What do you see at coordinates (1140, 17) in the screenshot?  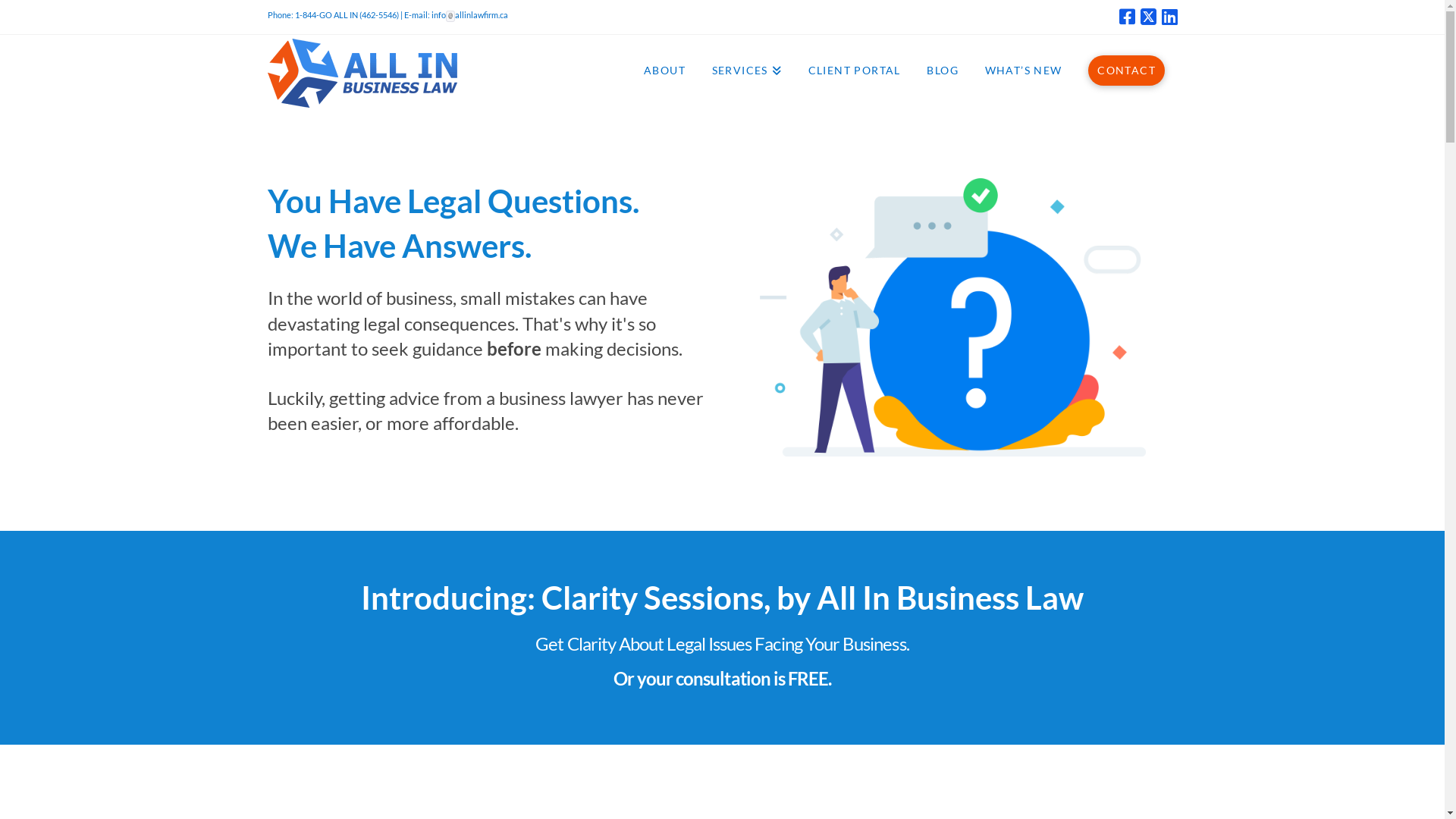 I see `'X / Twitter'` at bounding box center [1140, 17].